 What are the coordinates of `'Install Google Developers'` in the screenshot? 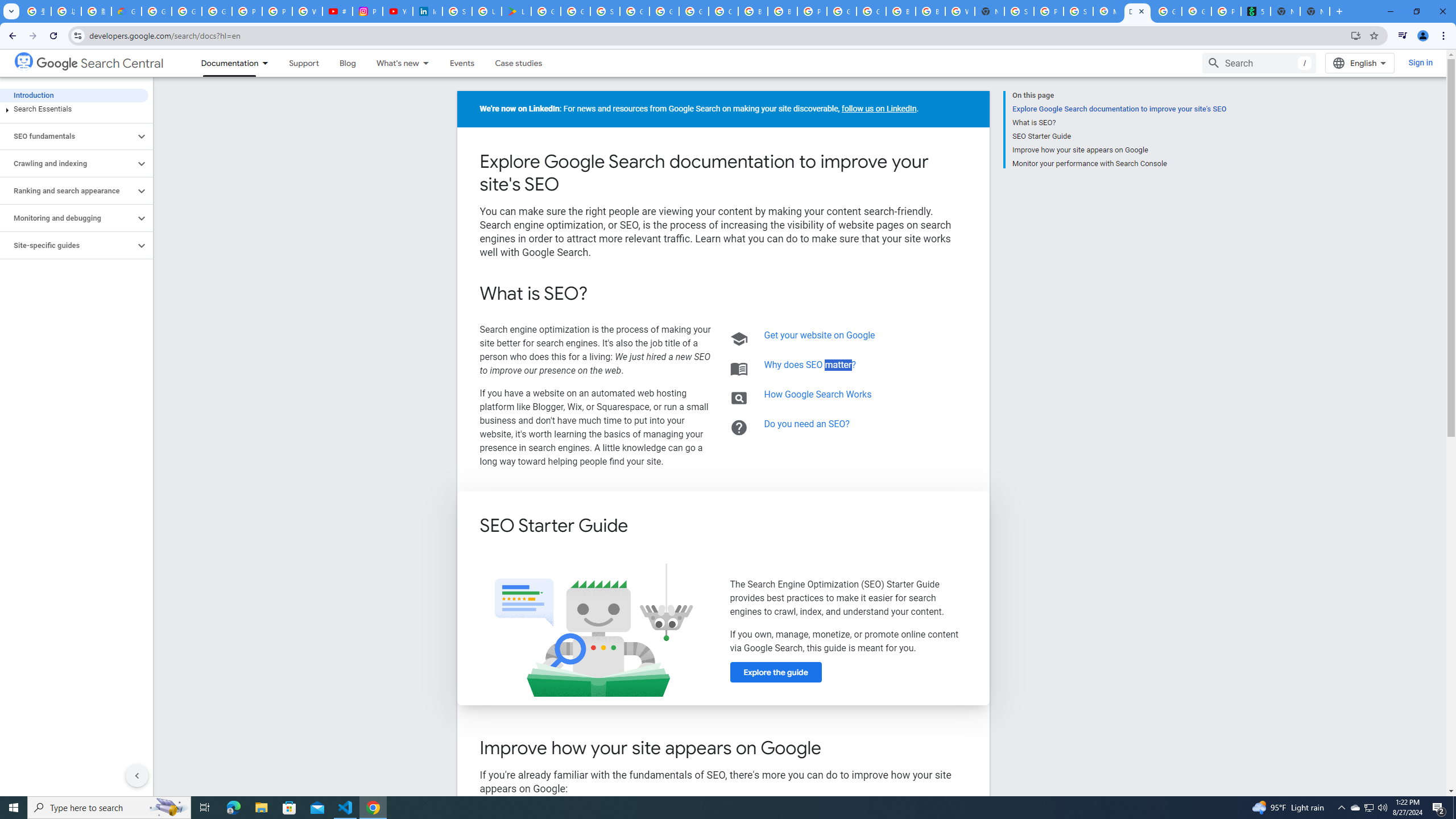 It's located at (1356, 35).